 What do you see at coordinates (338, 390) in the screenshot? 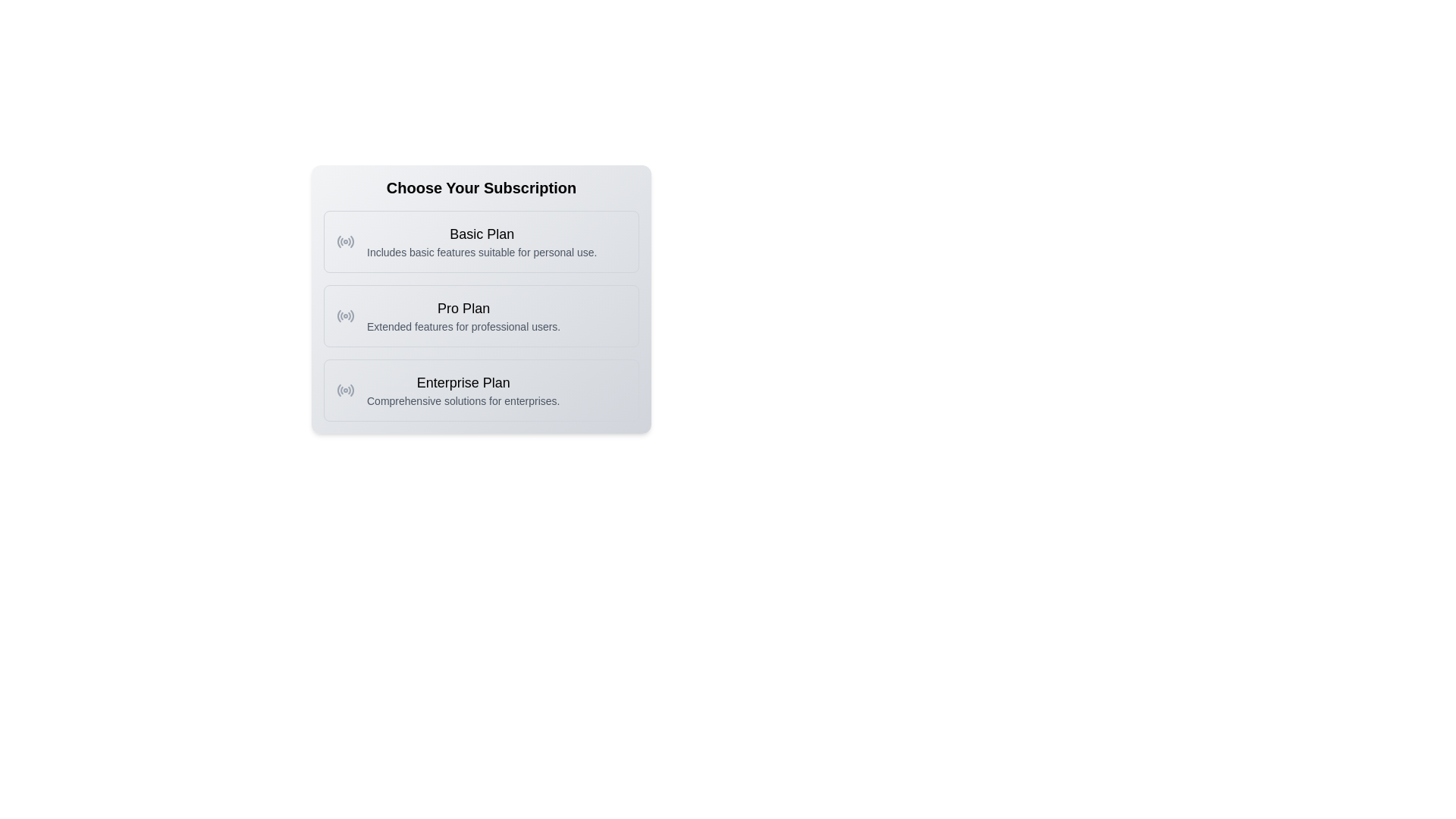
I see `the gray curved line resembling an arc, which is part of the icon for the 'Enterprise Plan' subscription option` at bounding box center [338, 390].